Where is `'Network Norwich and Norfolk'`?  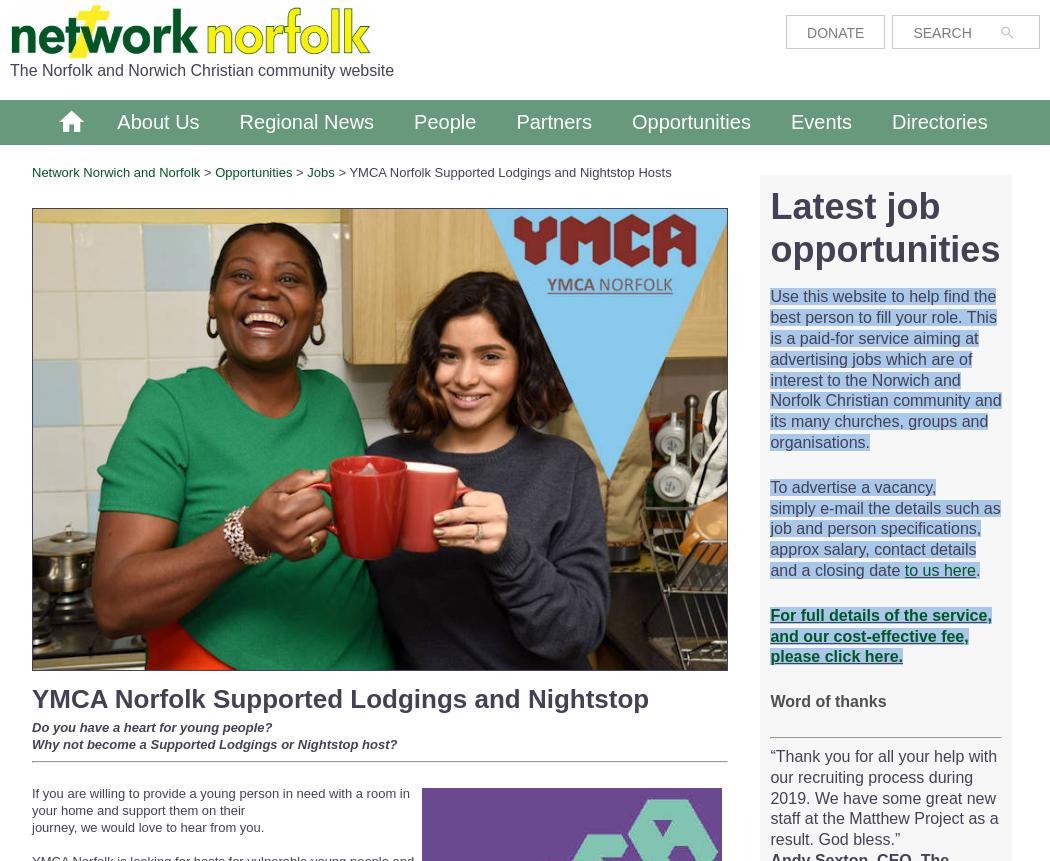 'Network Norwich and Norfolk' is located at coordinates (32, 172).